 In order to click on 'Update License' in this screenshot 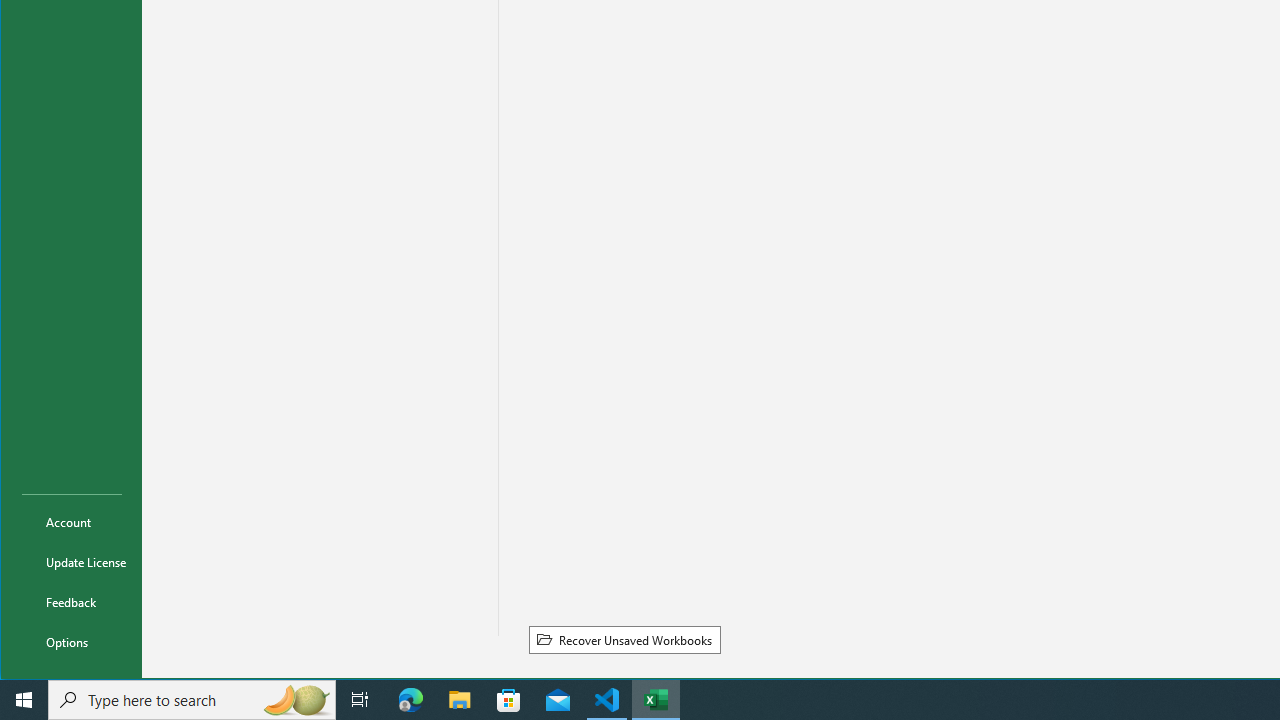, I will do `click(72, 561)`.